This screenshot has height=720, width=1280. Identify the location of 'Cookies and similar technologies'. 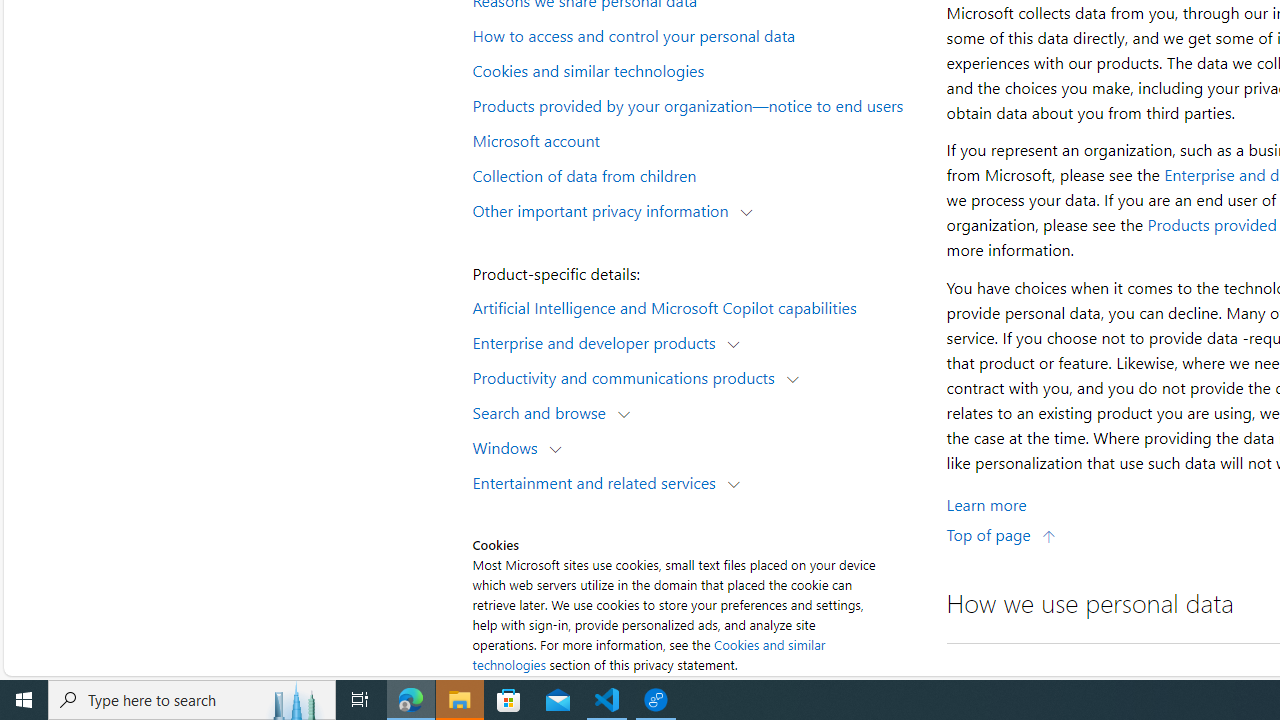
(696, 68).